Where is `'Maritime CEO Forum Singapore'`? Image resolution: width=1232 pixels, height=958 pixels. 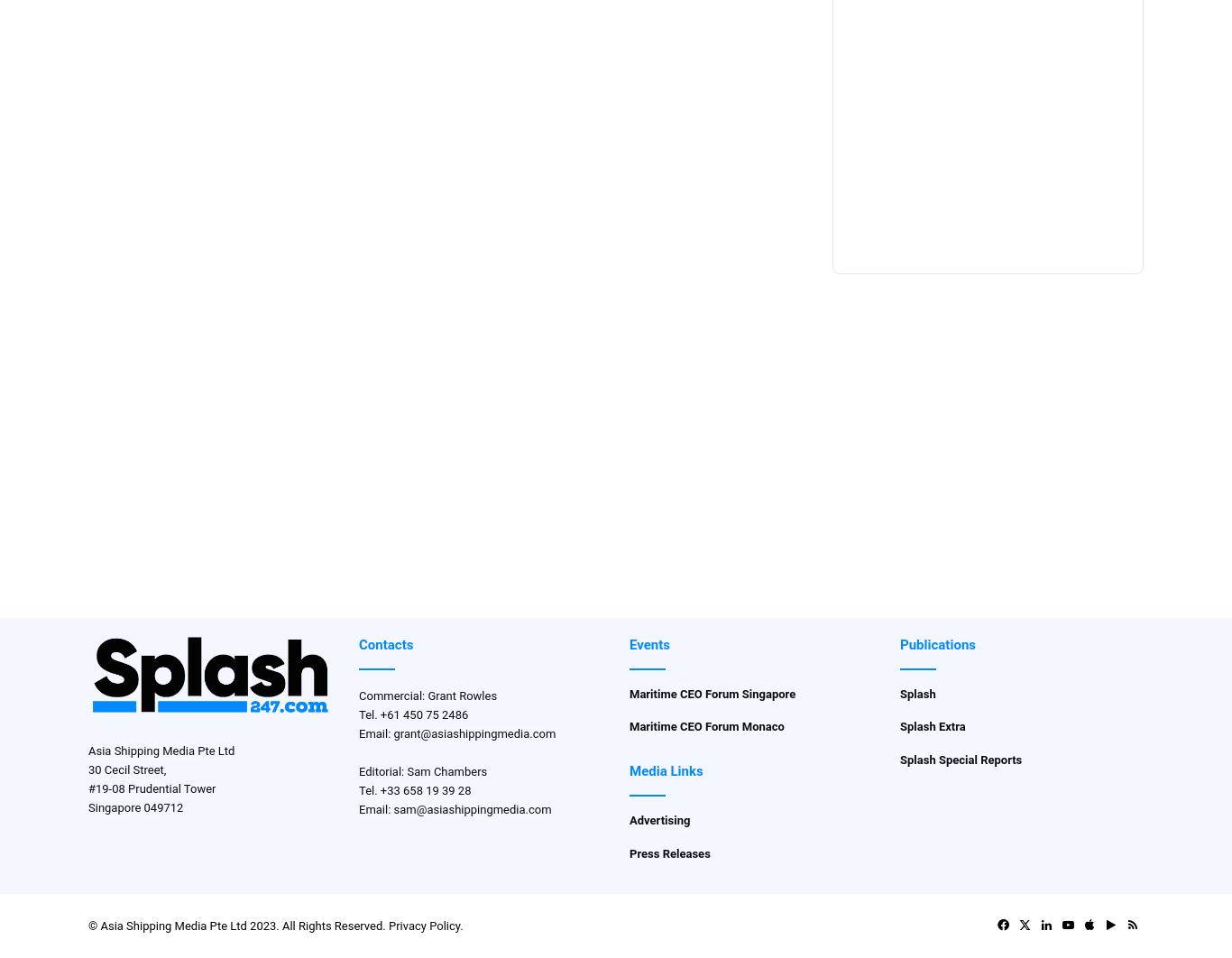 'Maritime CEO Forum Singapore' is located at coordinates (712, 693).